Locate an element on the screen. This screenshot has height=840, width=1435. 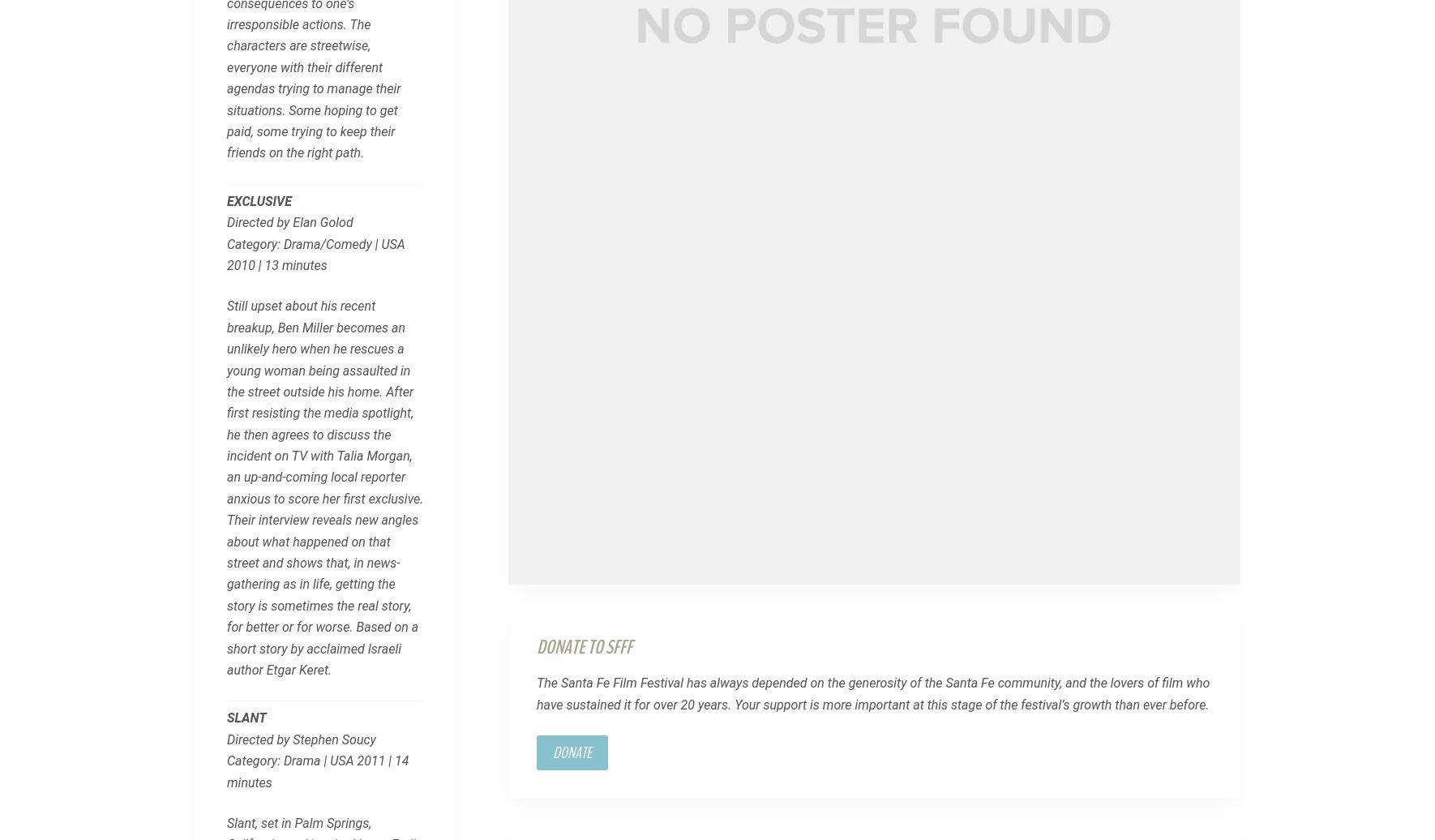
'Mission' is located at coordinates (216, 627).